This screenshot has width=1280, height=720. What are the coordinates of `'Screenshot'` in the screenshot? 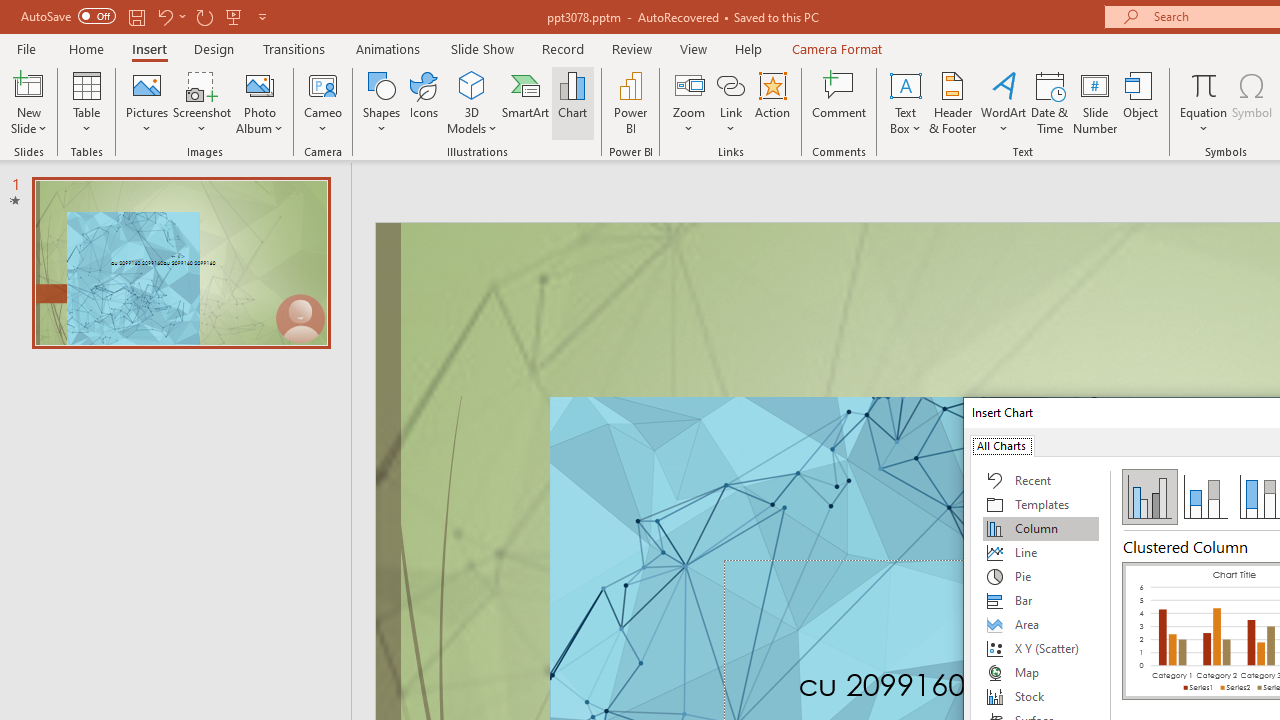 It's located at (202, 103).